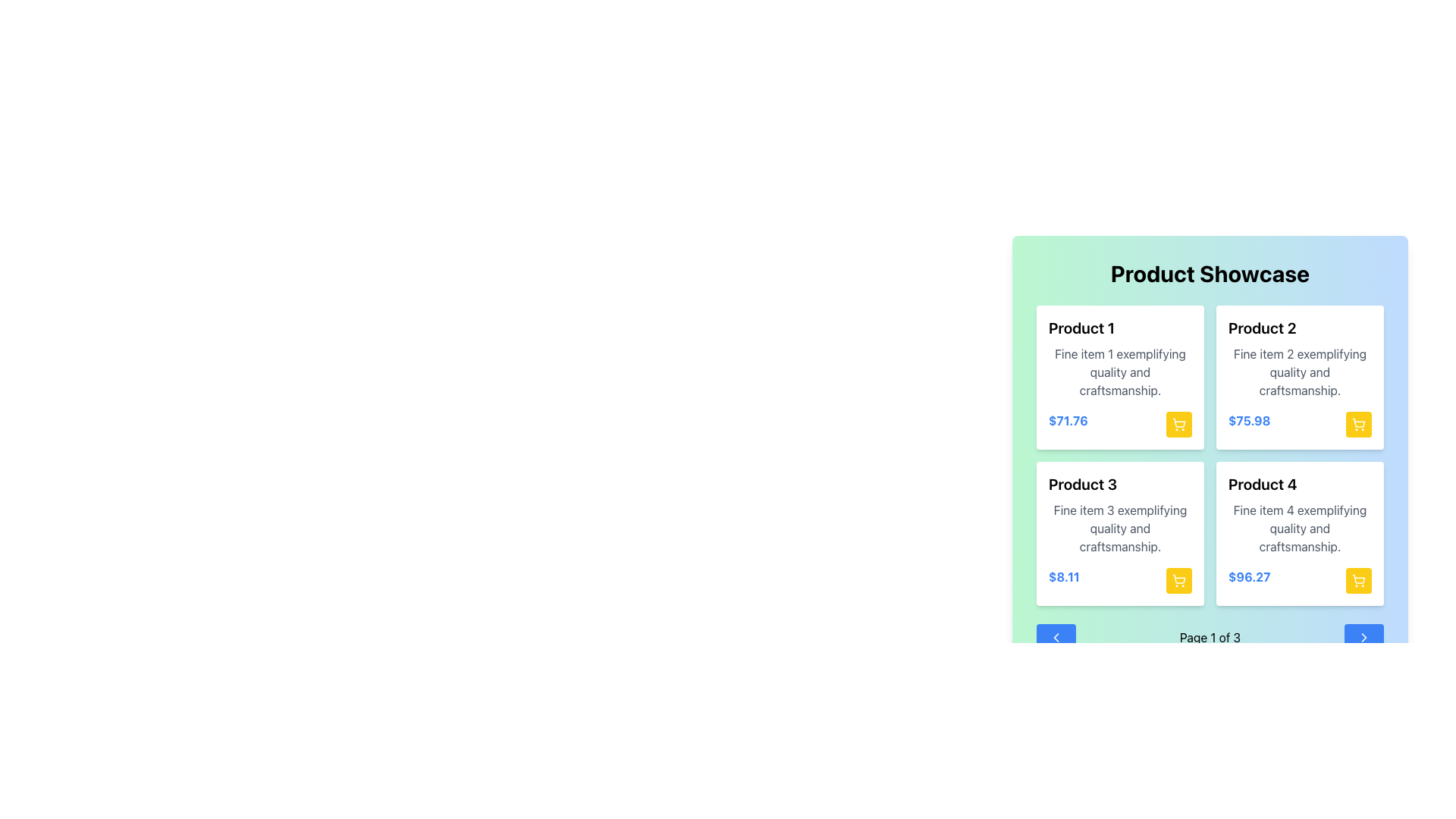 The image size is (1456, 819). I want to click on the 'Add to Cart' or 'Purchase' button located in the bottom-right corner of the 'Product 4' card to visualize the styling effect, so click(1358, 580).